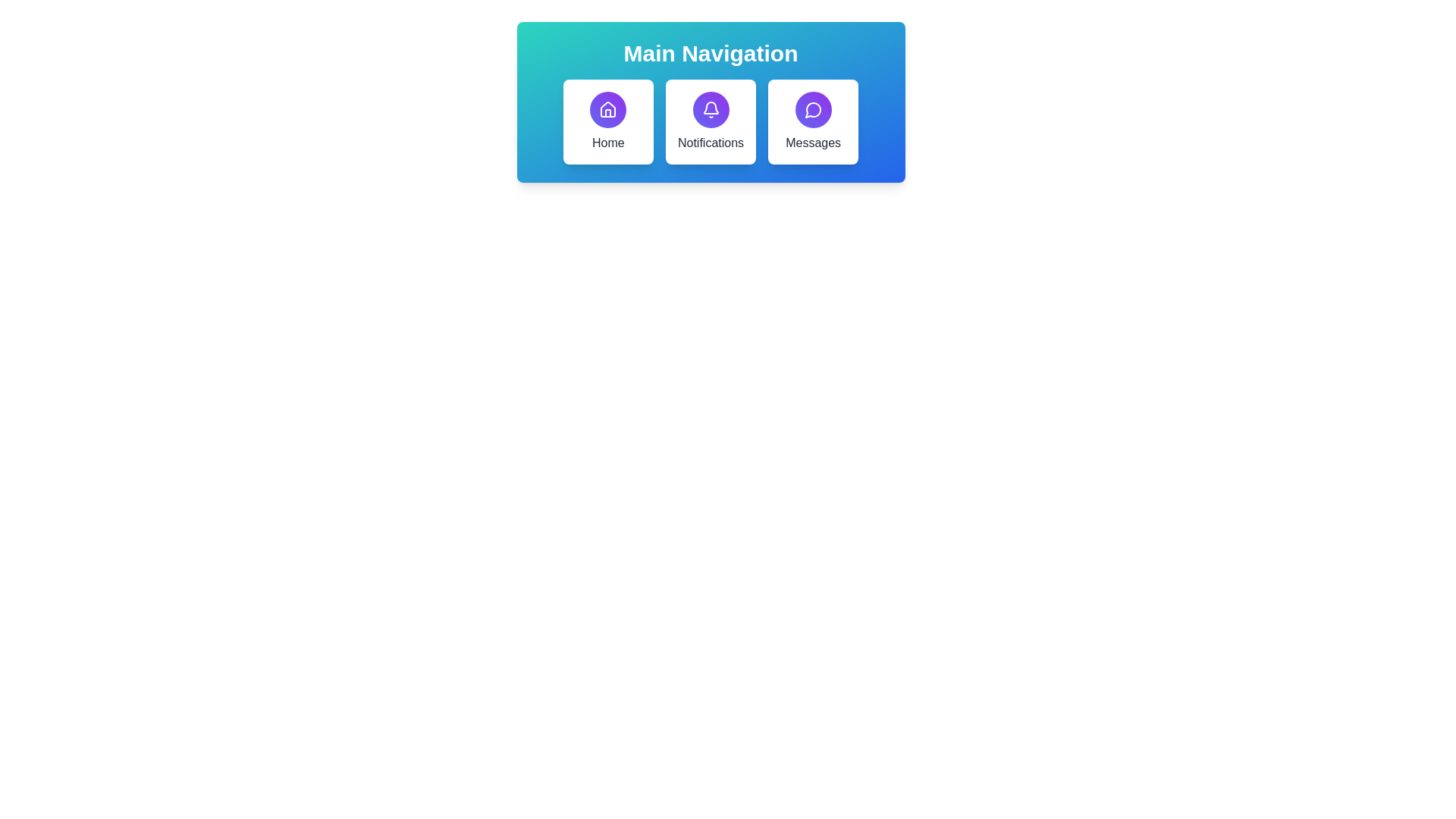 The height and width of the screenshot is (819, 1456). Describe the element at coordinates (608, 109) in the screenshot. I see `the 'Home' icon, which is the leftmost circular icon in the 'Main Navigation' card` at that location.